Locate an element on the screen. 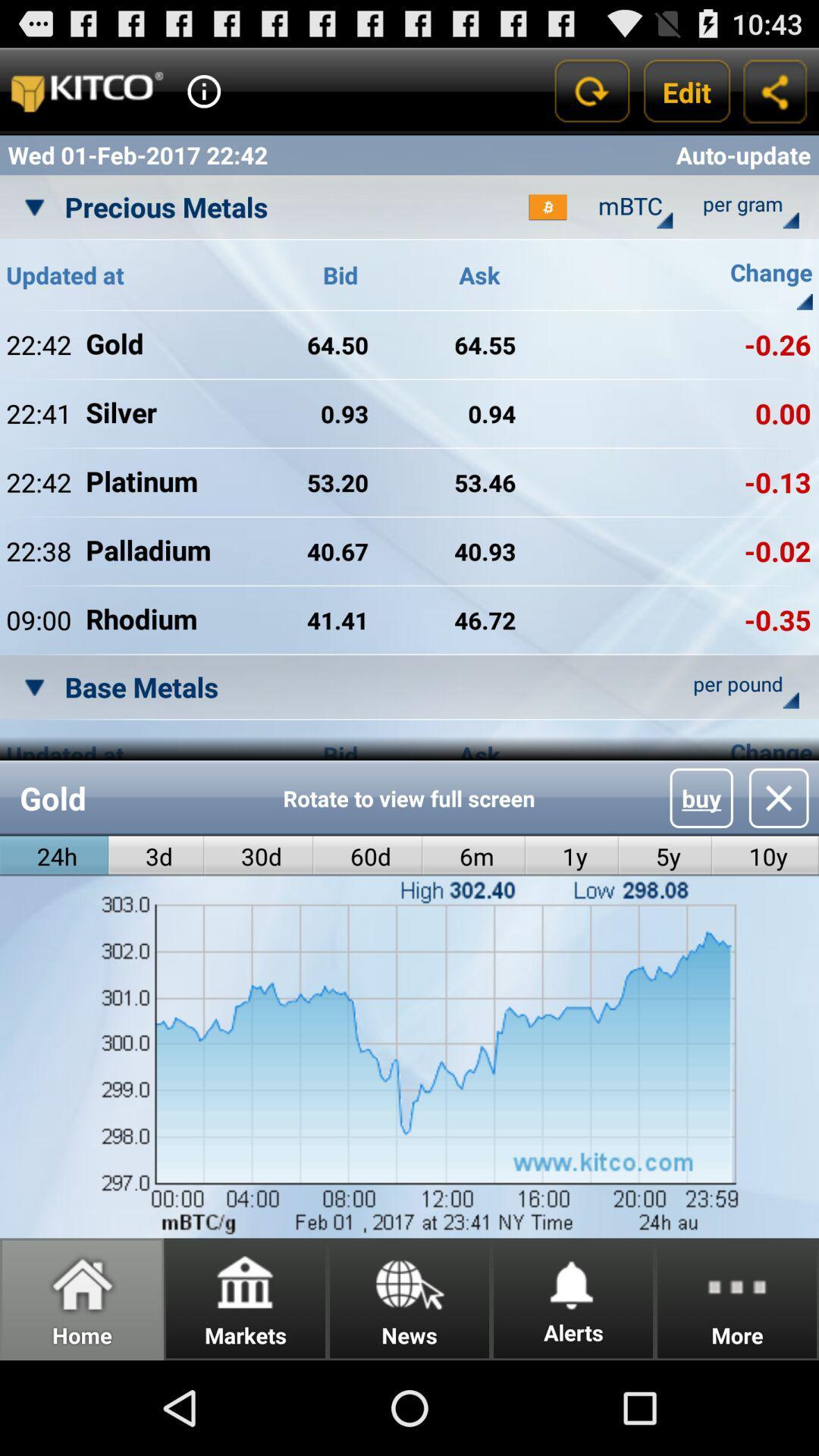  the radio button next to the 1y radio button is located at coordinates (664, 856).